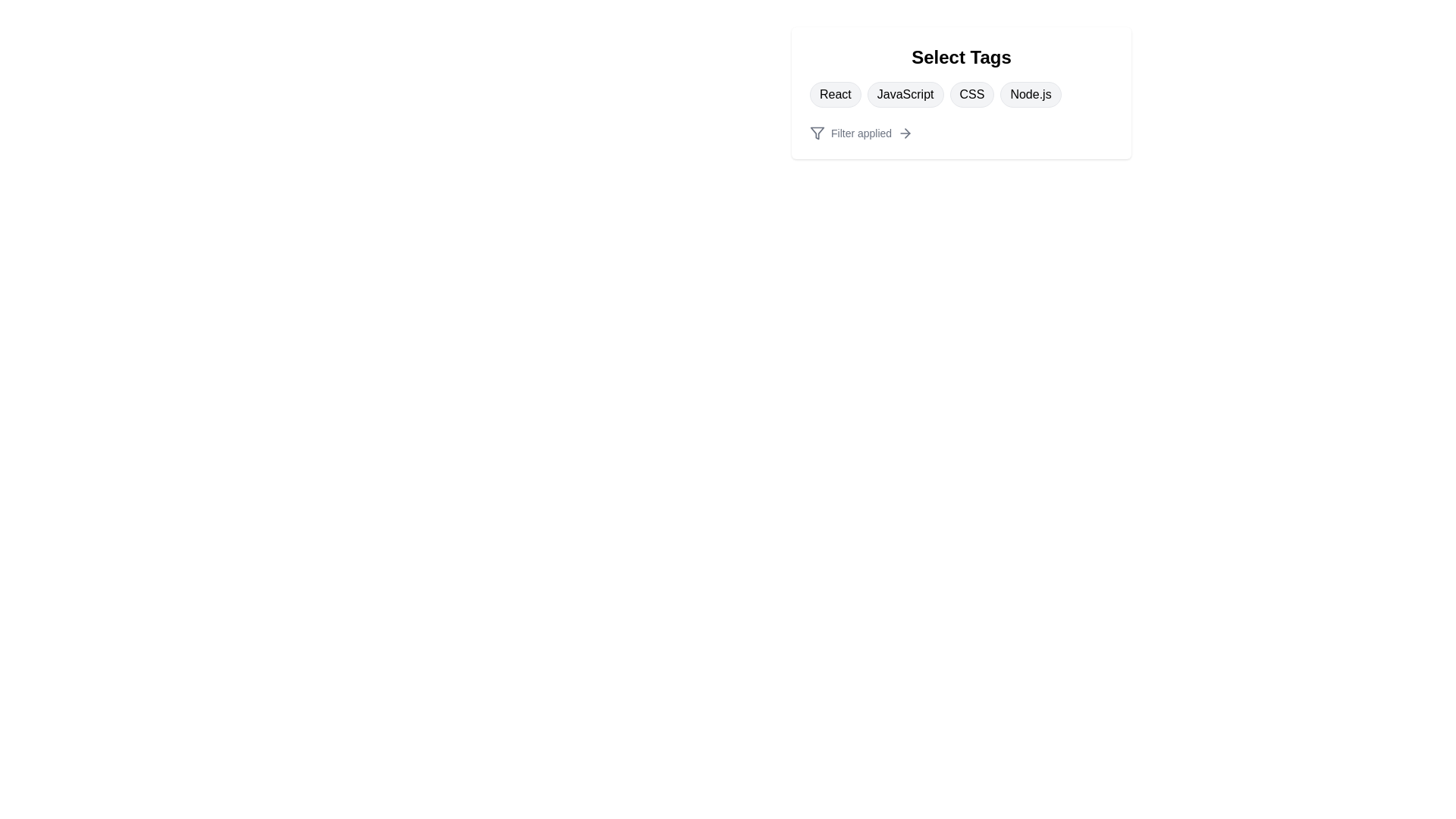 This screenshot has width=1456, height=819. What do you see at coordinates (905, 94) in the screenshot?
I see `the 'JavaScript' tag button, which is a pill-shaped button with a white background and black border, located below the 'Select Tags' heading` at bounding box center [905, 94].